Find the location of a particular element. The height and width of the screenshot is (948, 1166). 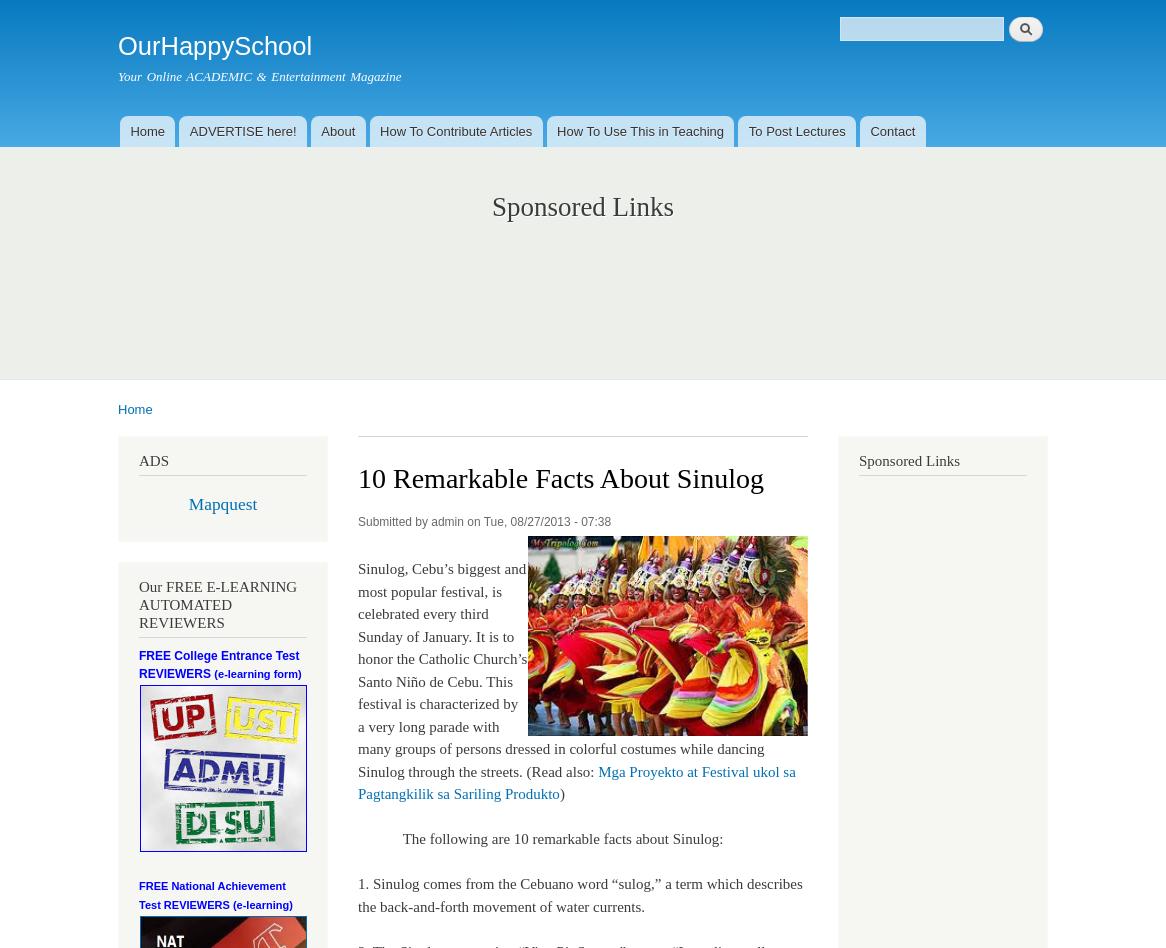

'10 Remarkable Facts About Sinulog' is located at coordinates (559, 477).